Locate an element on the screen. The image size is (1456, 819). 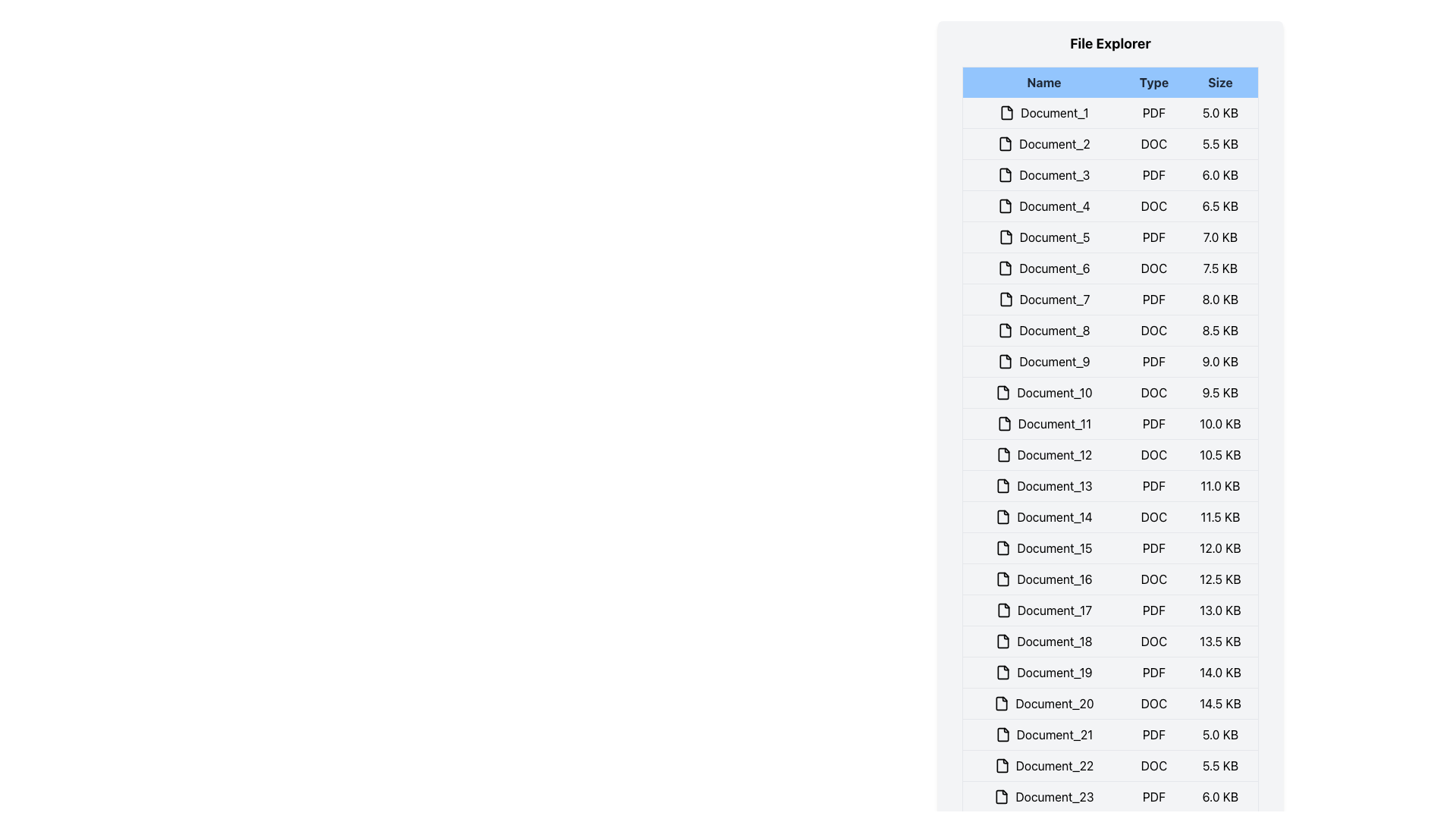
the static text display indicating the file type as a PDF document in the 'Type' column of the row labeled 'Document_19' is located at coordinates (1153, 672).